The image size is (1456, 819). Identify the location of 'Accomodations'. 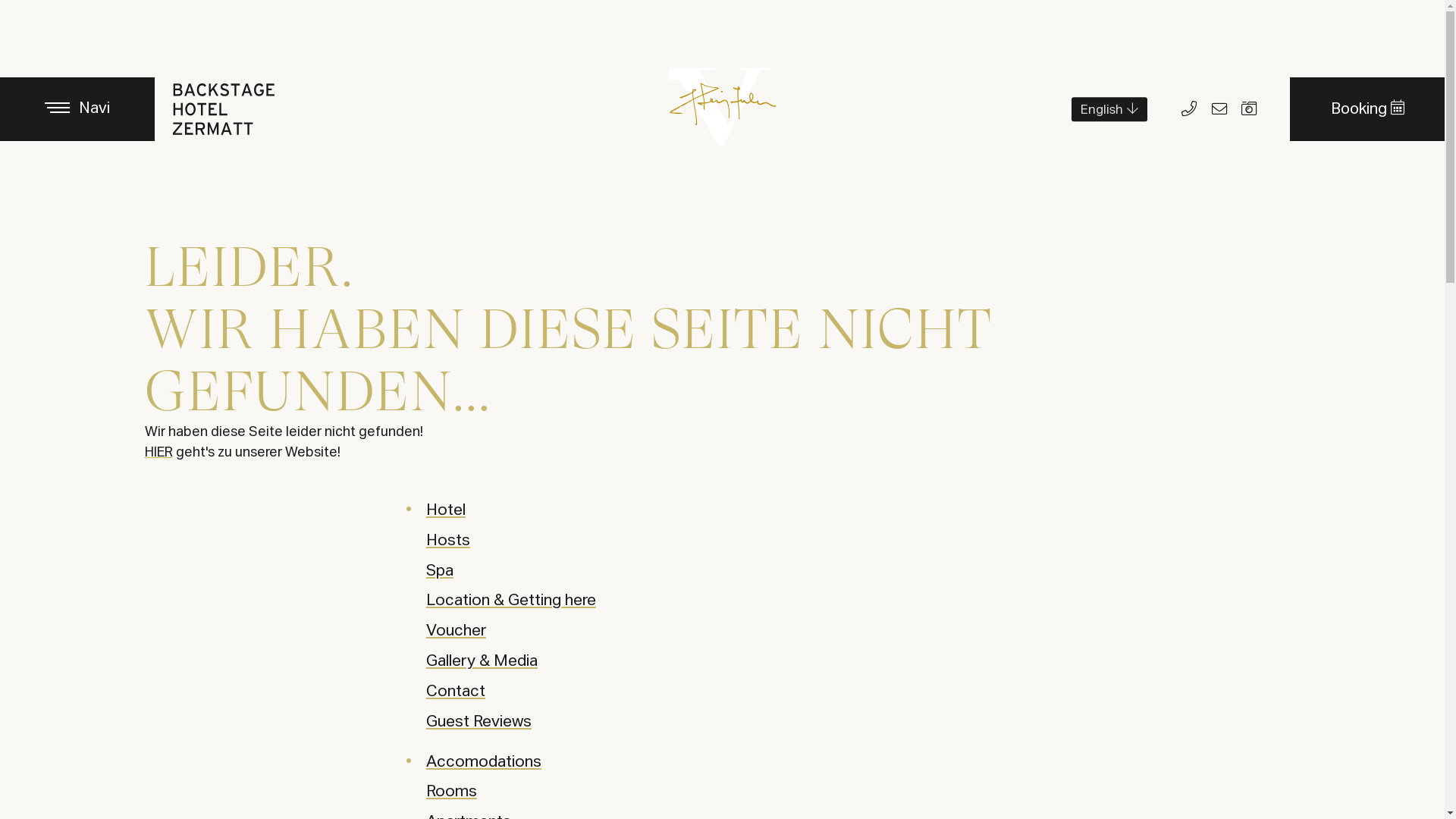
(483, 761).